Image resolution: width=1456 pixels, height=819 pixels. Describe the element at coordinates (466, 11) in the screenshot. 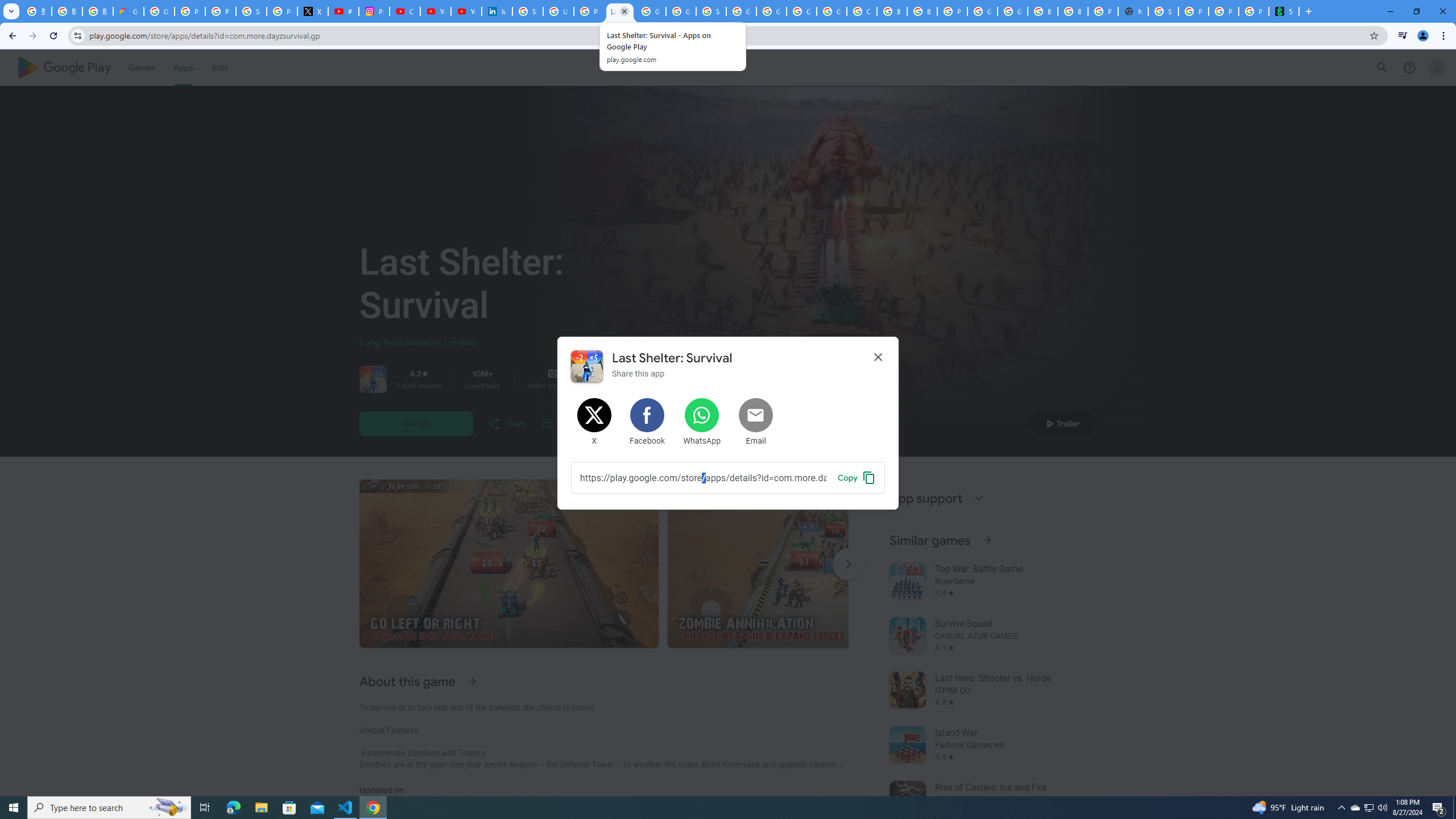

I see `'YouTube Culture & Trends - YouTube Top 10, 2021'` at that location.